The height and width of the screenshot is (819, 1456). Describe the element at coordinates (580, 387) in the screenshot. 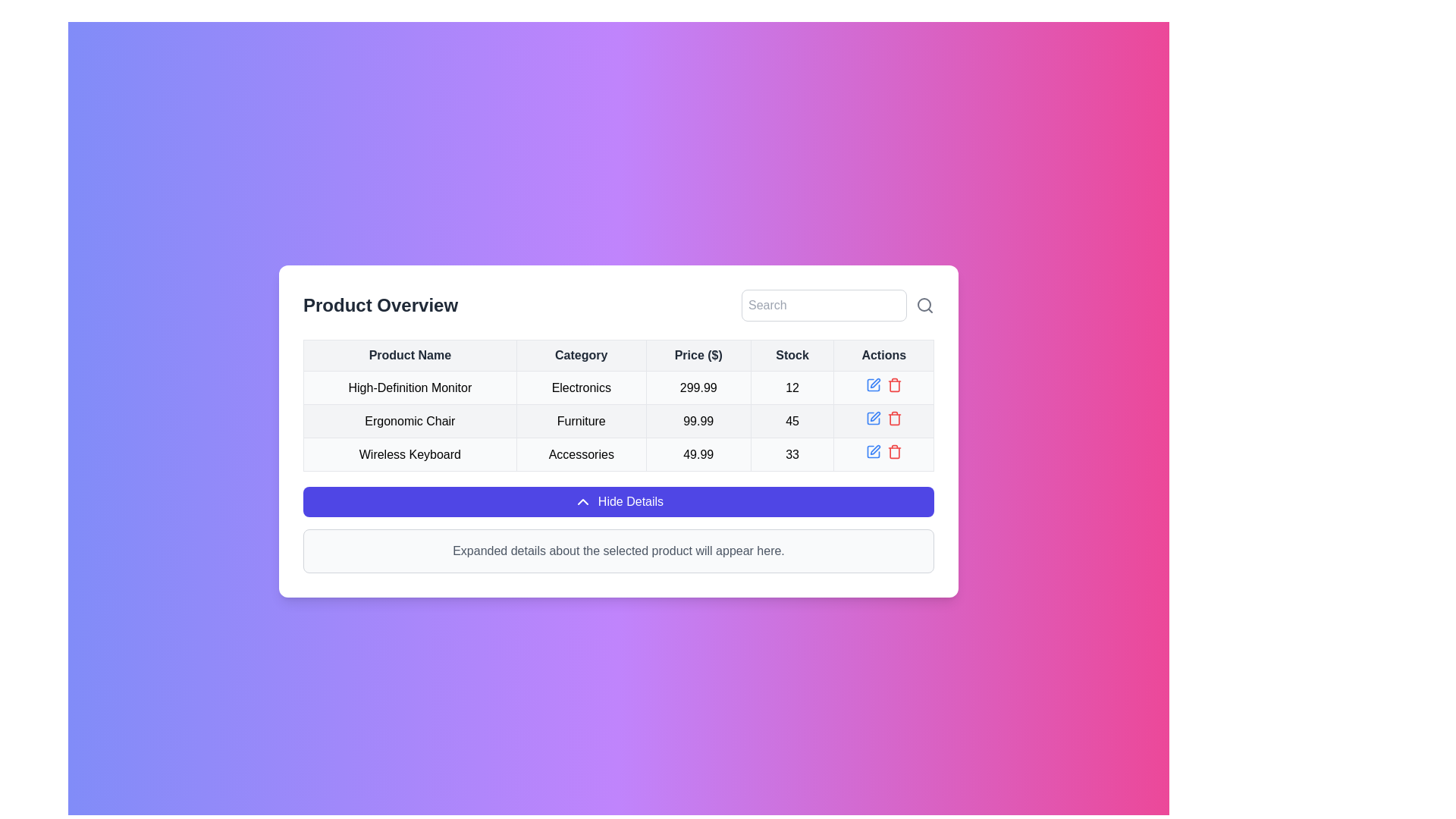

I see `text 'Electronics' from the category label cell for the product 'High-Definition Monitor' in the second column of the first data row of the table under the 'Product Overview' heading` at that location.